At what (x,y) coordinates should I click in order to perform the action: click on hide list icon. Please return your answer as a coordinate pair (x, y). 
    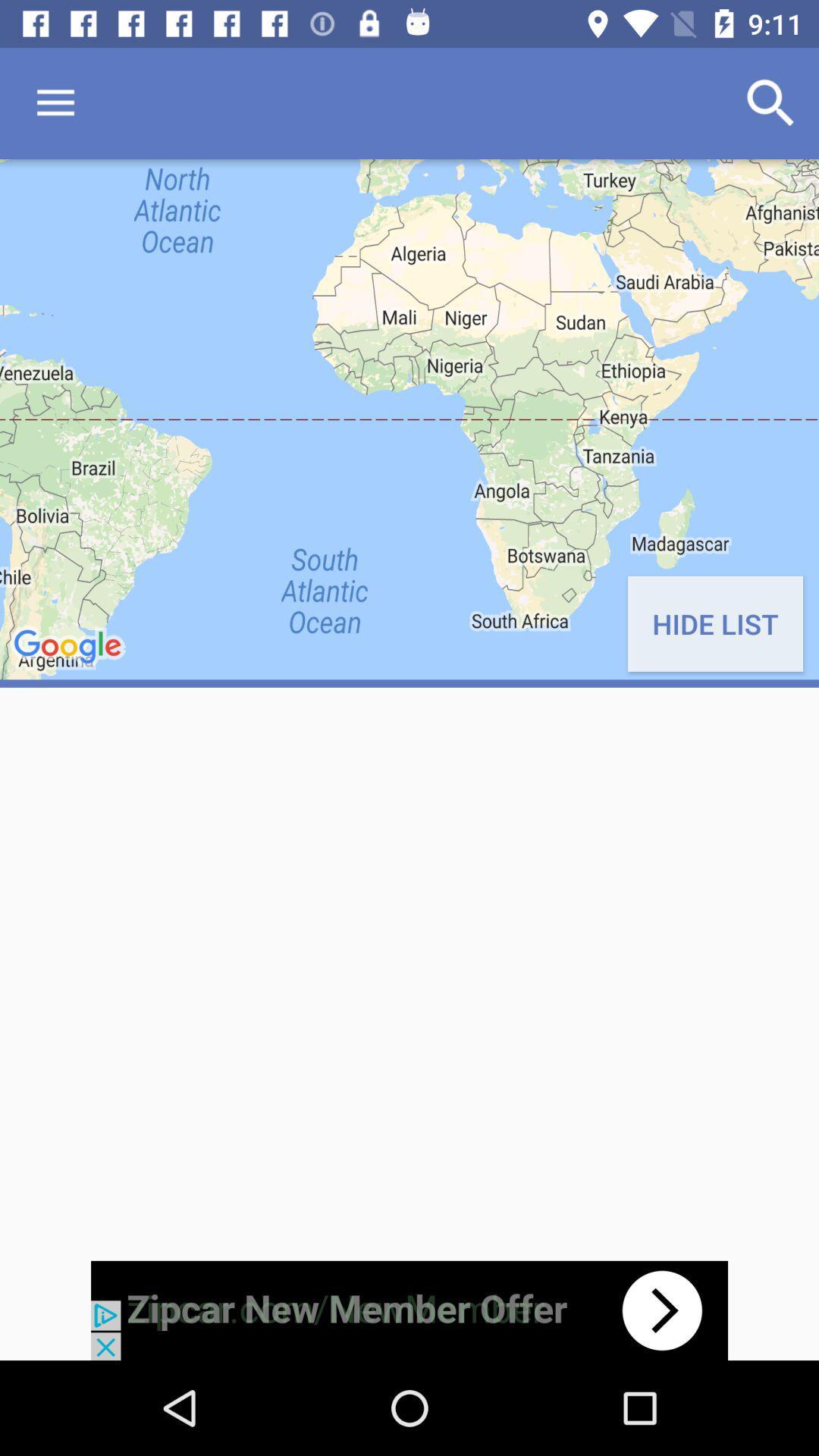
    Looking at the image, I should click on (715, 623).